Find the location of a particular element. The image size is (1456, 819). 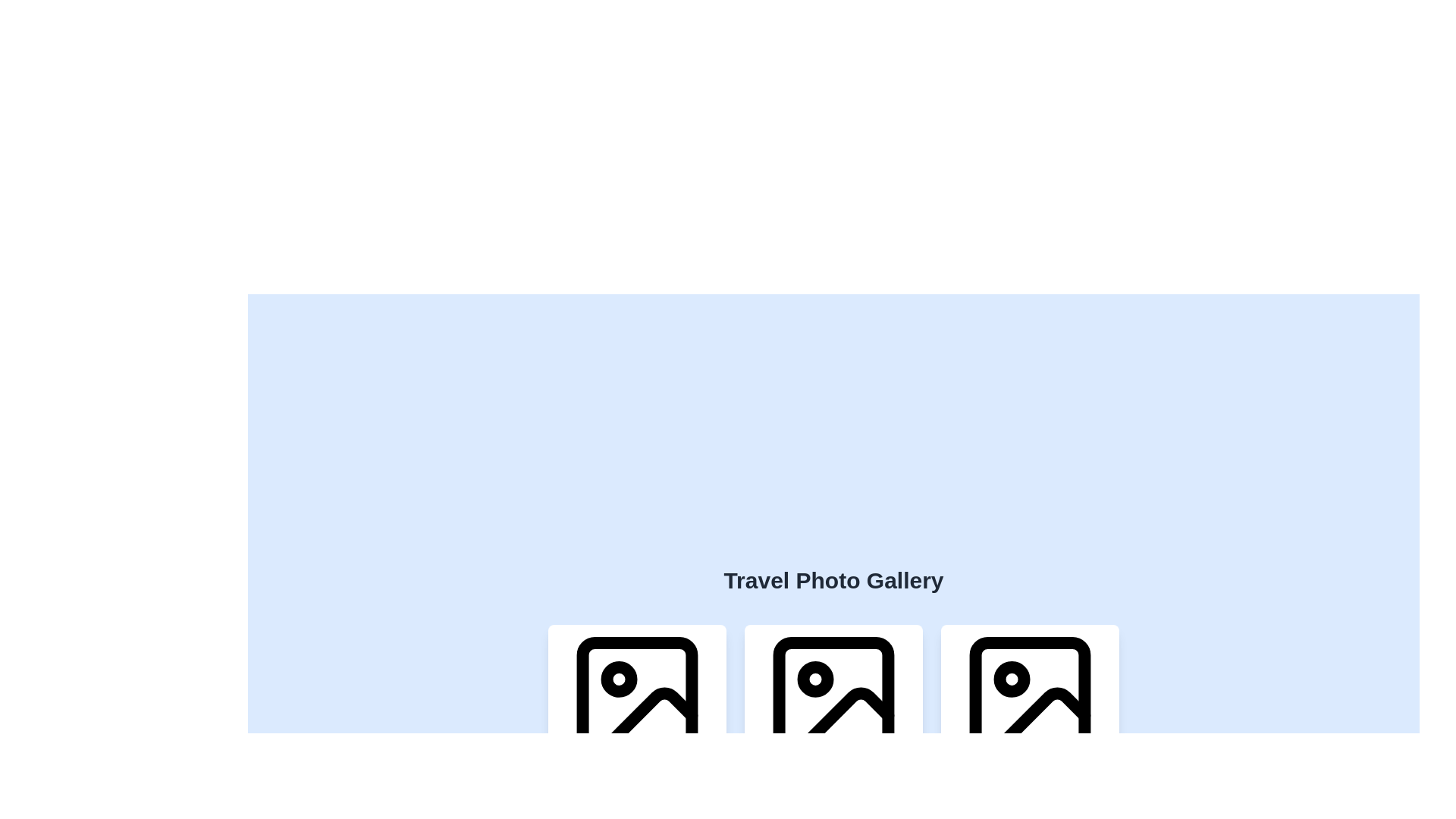

the image display placeholder icon located at the center of the grid under 'Travel Photo Gallery' is located at coordinates (833, 698).